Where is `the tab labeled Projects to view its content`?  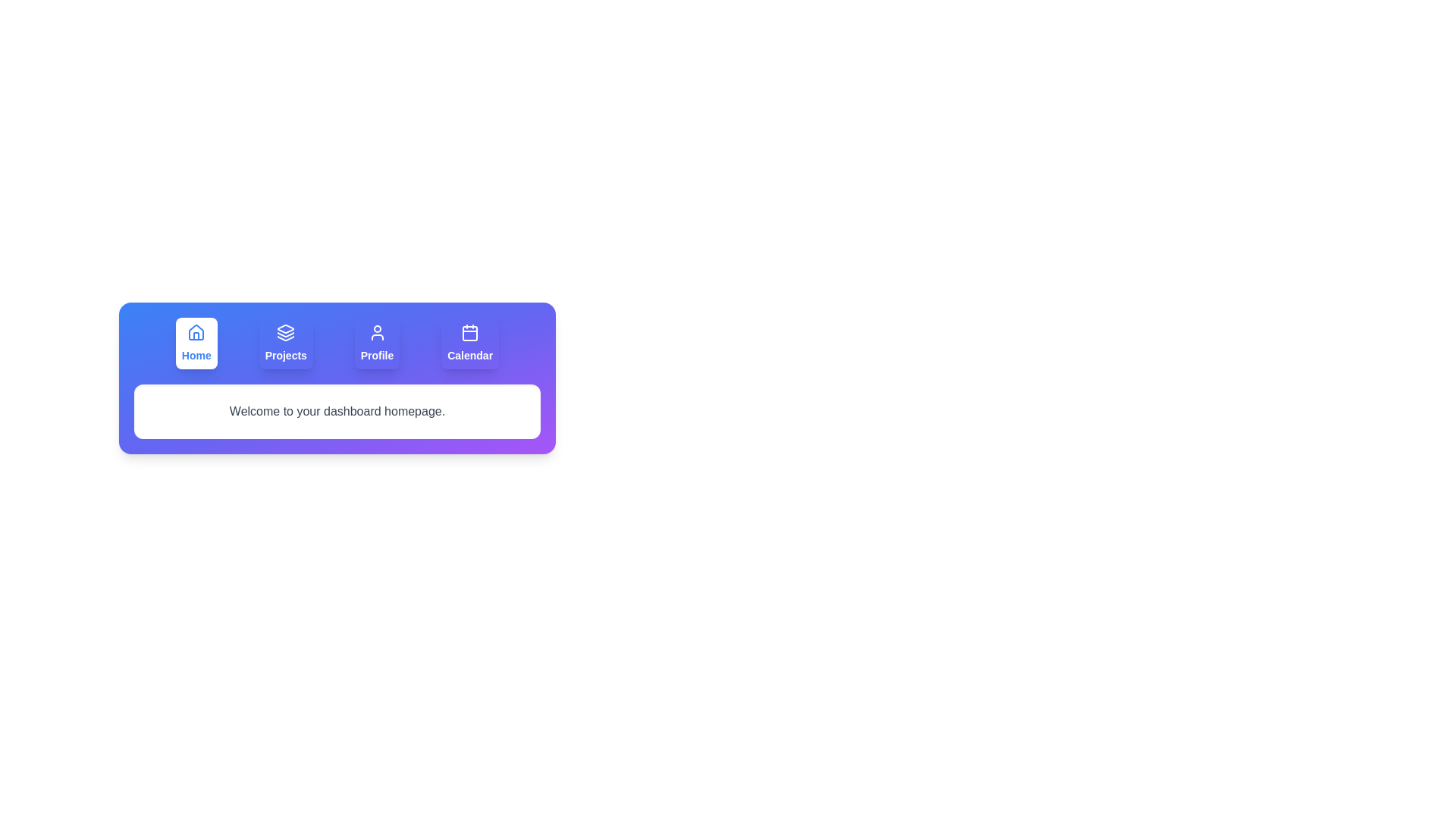
the tab labeled Projects to view its content is located at coordinates (286, 343).